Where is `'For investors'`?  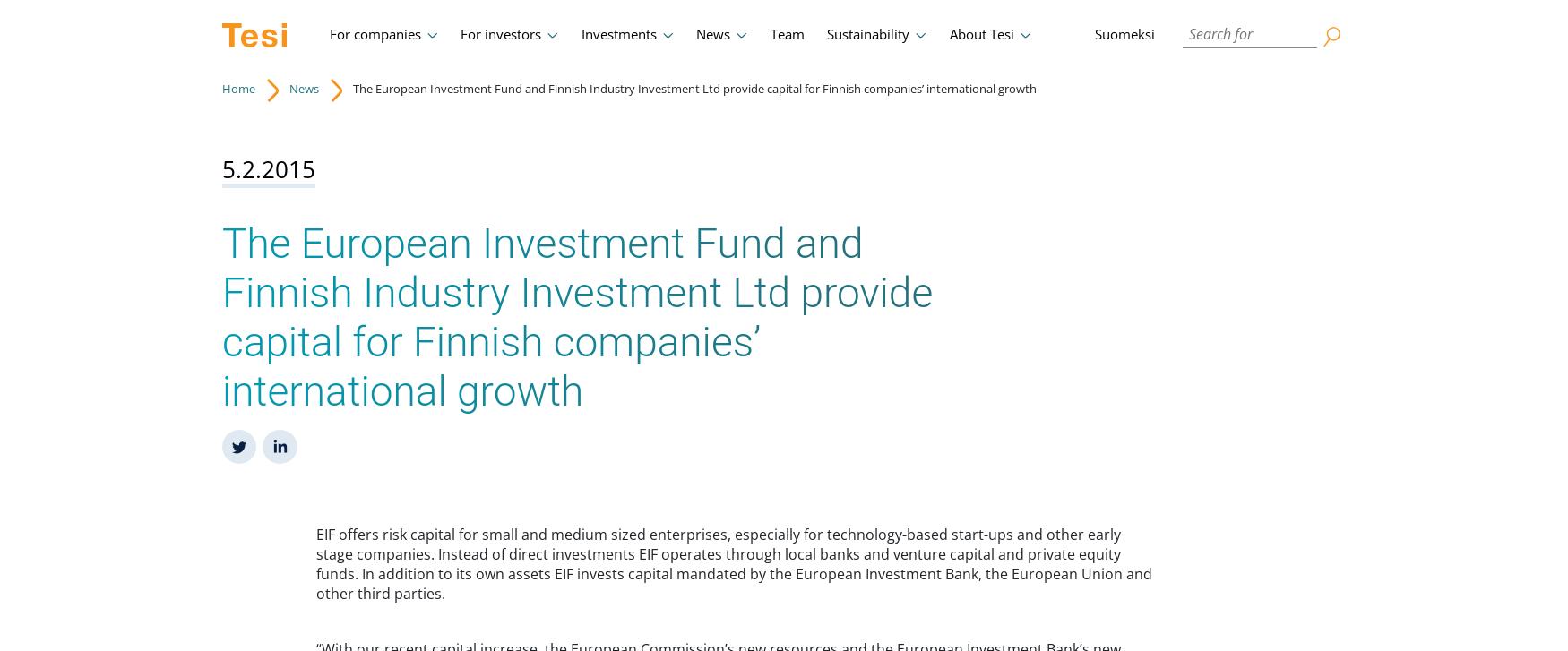 'For investors' is located at coordinates (499, 34).